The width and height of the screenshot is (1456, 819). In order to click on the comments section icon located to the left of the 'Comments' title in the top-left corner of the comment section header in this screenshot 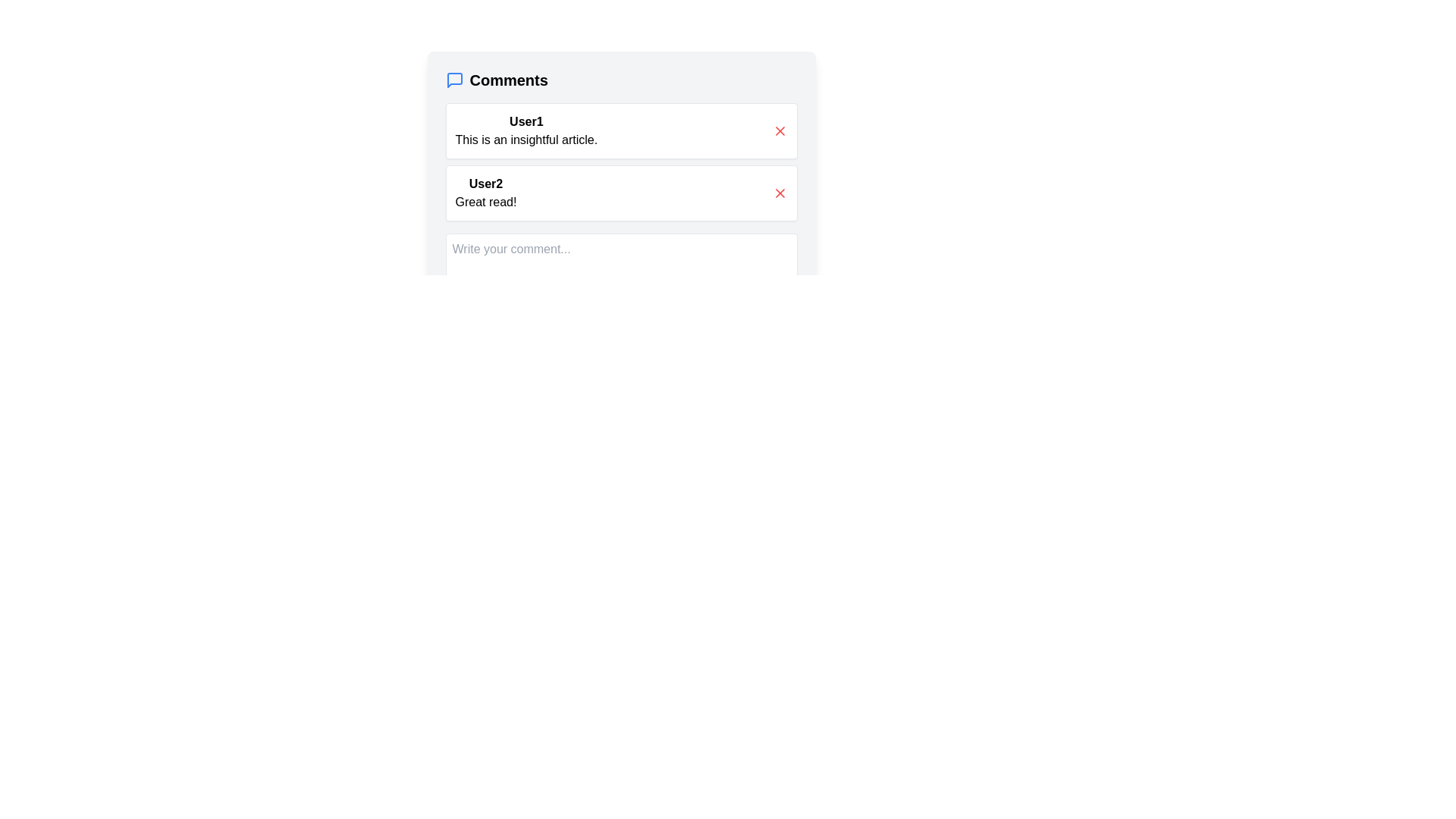, I will do `click(453, 80)`.